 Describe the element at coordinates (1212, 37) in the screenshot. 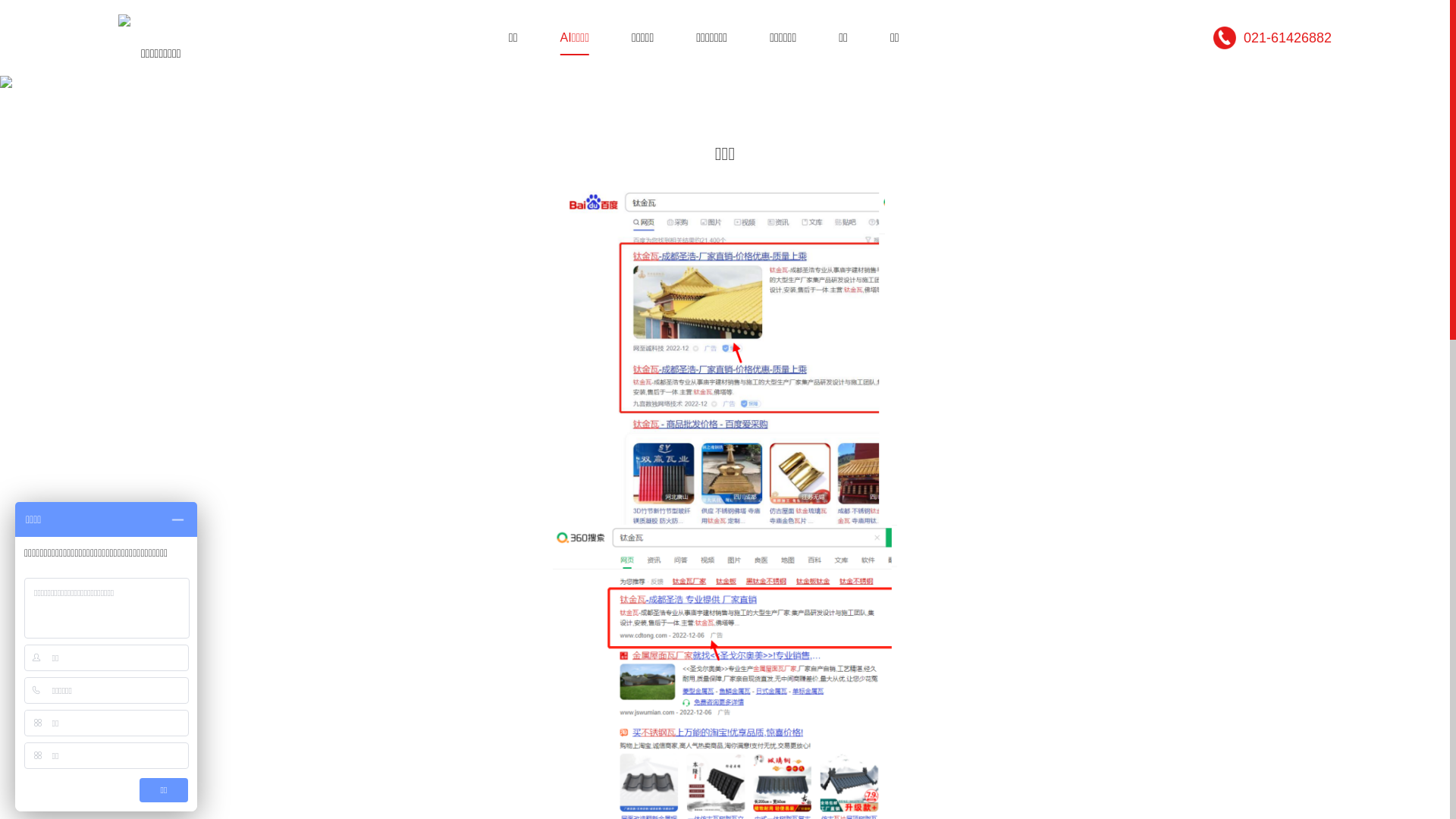

I see `'021-61426882'` at that location.